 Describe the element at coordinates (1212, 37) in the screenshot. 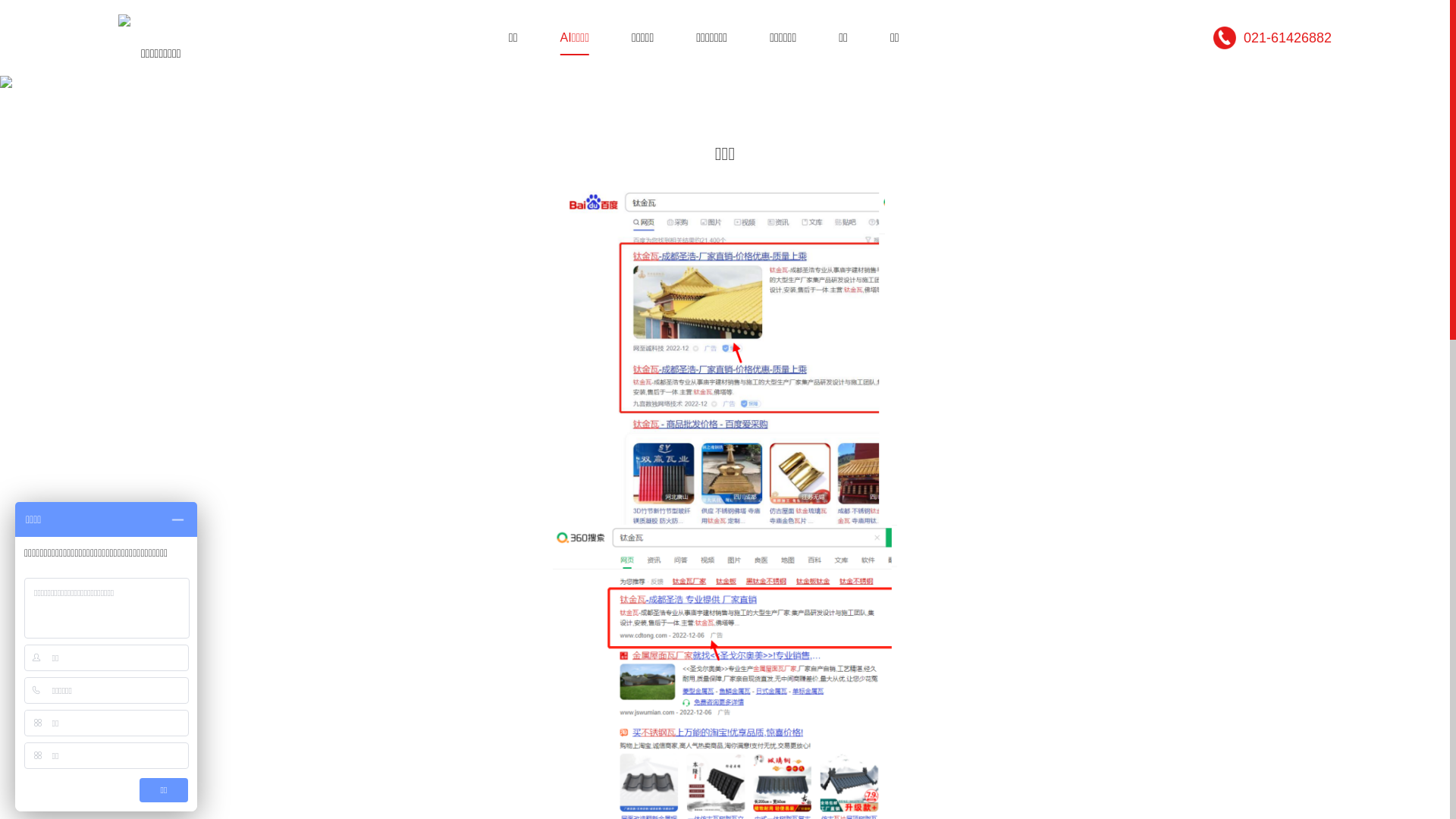

I see `'021-61426882'` at that location.